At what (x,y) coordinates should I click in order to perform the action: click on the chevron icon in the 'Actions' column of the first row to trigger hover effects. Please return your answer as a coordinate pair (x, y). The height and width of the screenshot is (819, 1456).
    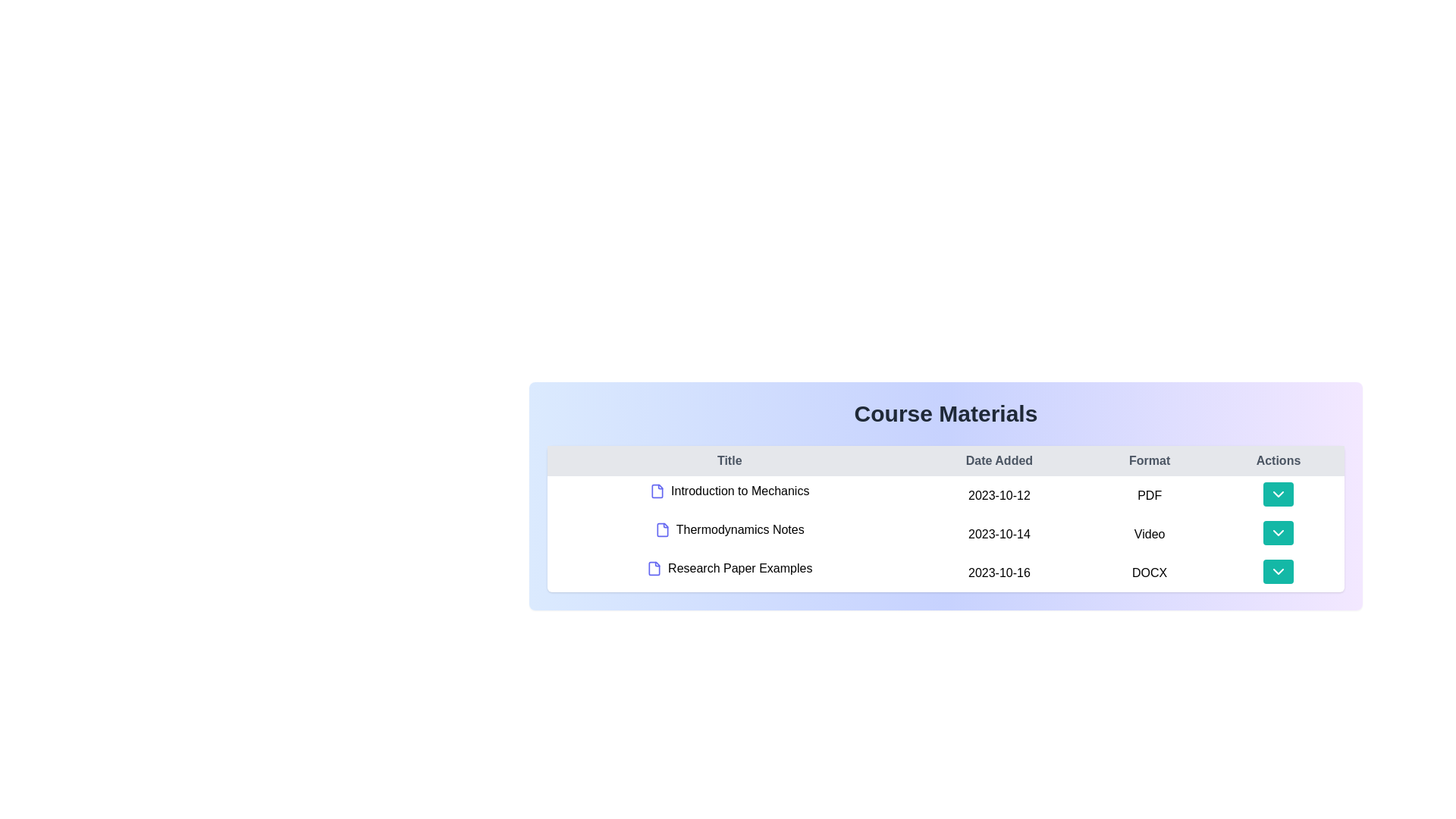
    Looking at the image, I should click on (1277, 494).